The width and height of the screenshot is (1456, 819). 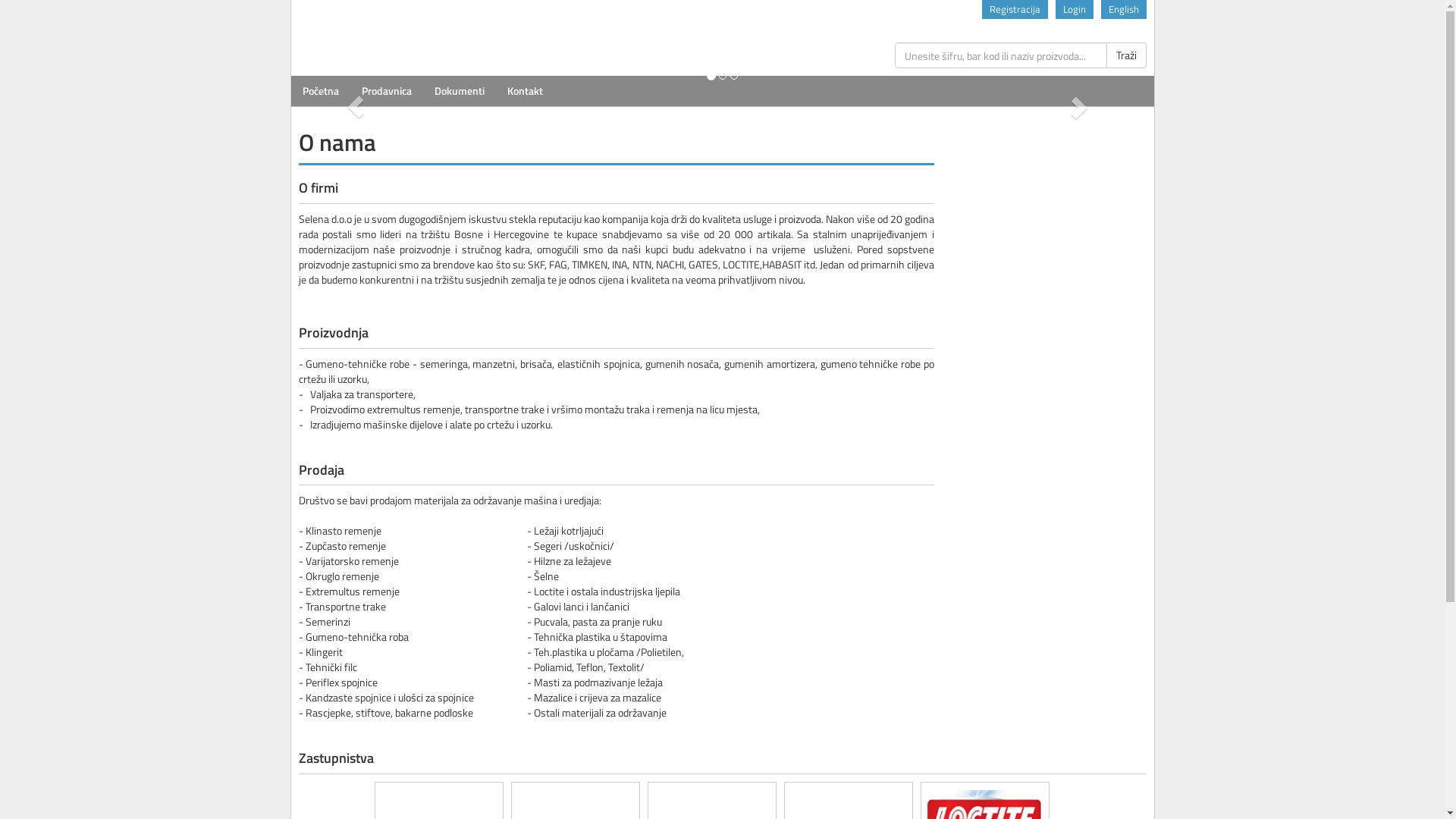 What do you see at coordinates (495, 90) in the screenshot?
I see `'Kontakt'` at bounding box center [495, 90].